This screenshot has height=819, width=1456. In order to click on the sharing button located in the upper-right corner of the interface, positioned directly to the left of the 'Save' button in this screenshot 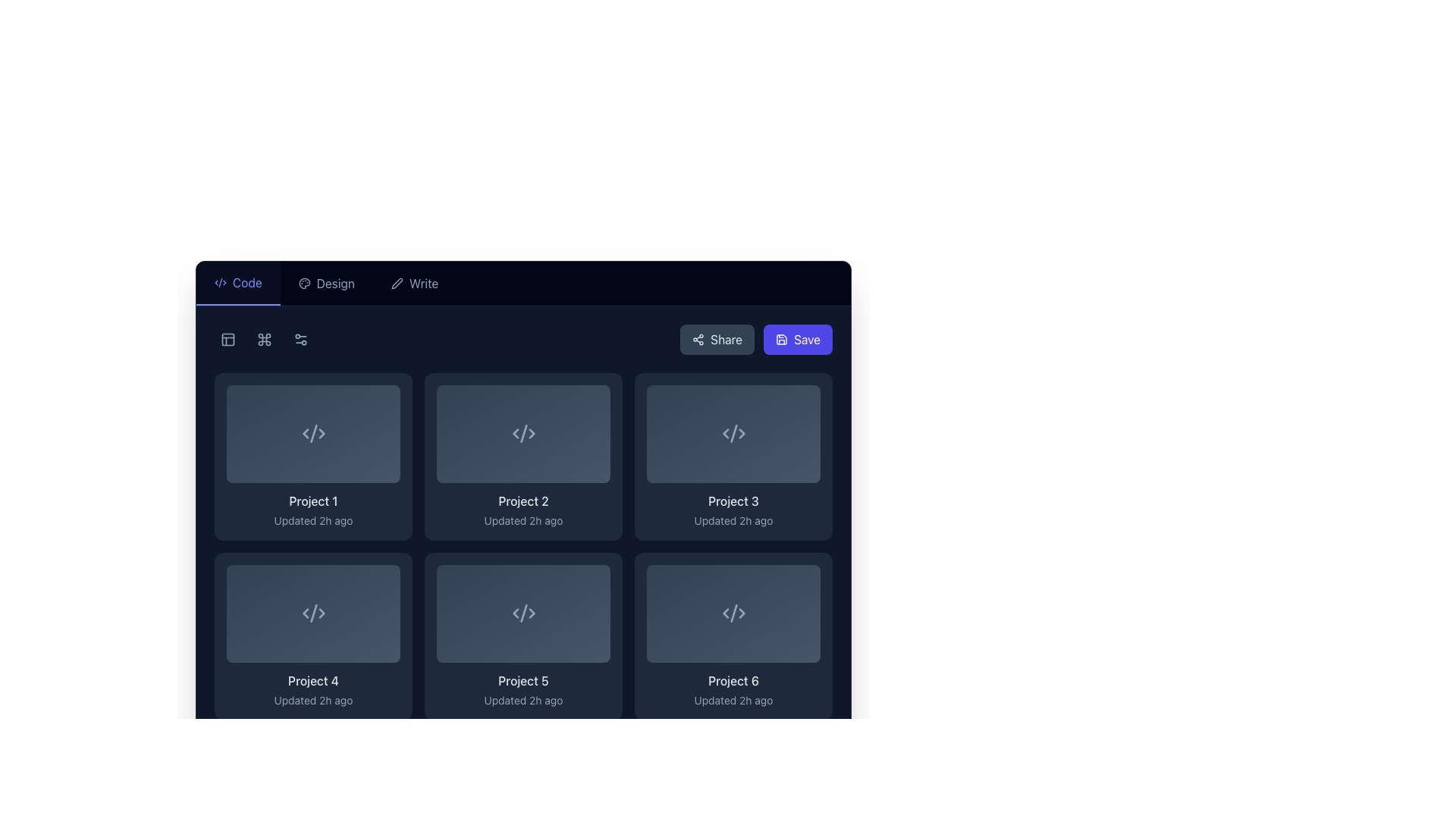, I will do `click(717, 338)`.